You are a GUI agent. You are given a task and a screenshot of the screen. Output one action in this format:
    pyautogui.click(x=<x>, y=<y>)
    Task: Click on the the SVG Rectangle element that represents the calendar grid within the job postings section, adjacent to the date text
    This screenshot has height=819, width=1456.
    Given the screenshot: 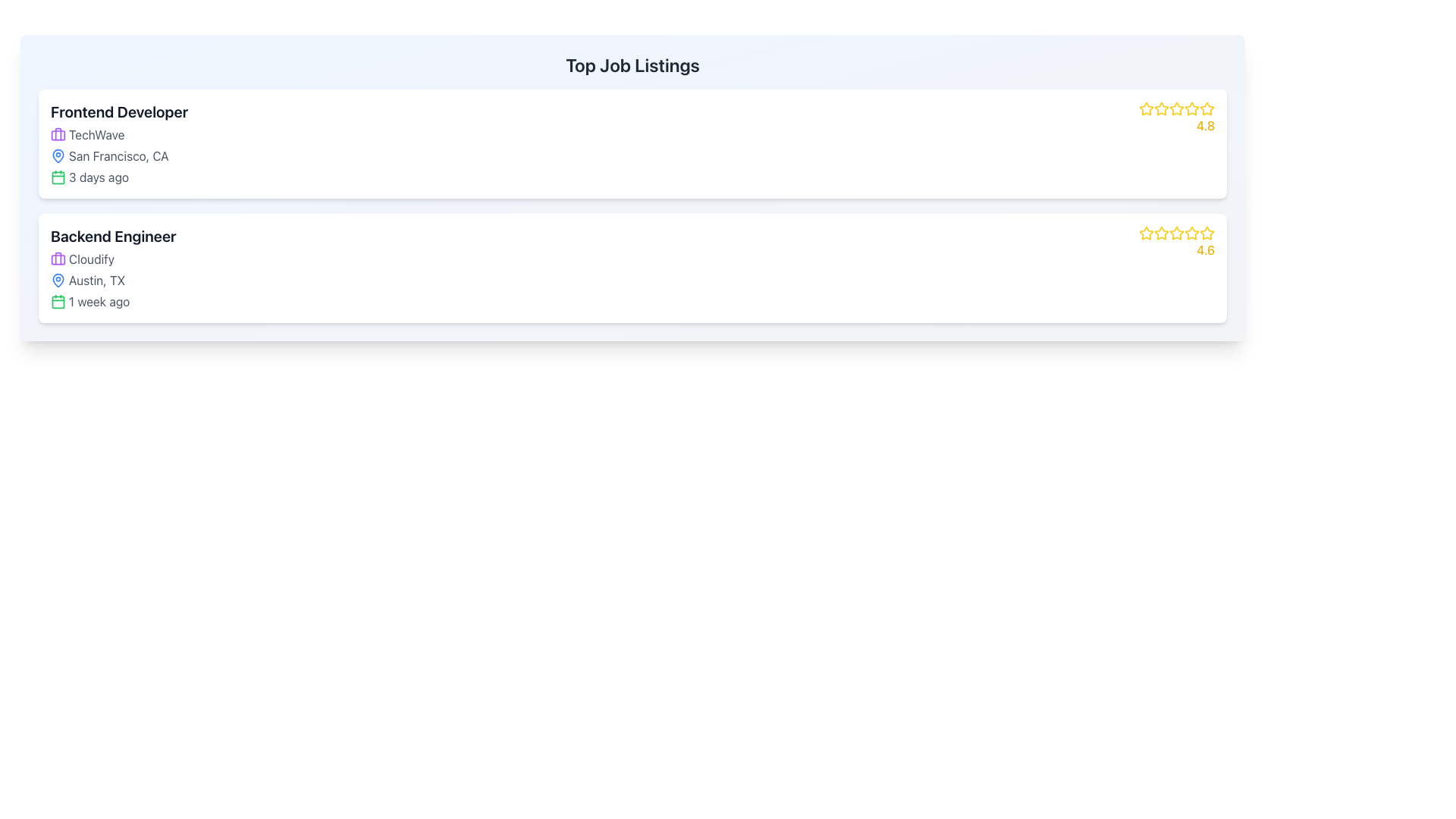 What is the action you would take?
    pyautogui.click(x=58, y=301)
    